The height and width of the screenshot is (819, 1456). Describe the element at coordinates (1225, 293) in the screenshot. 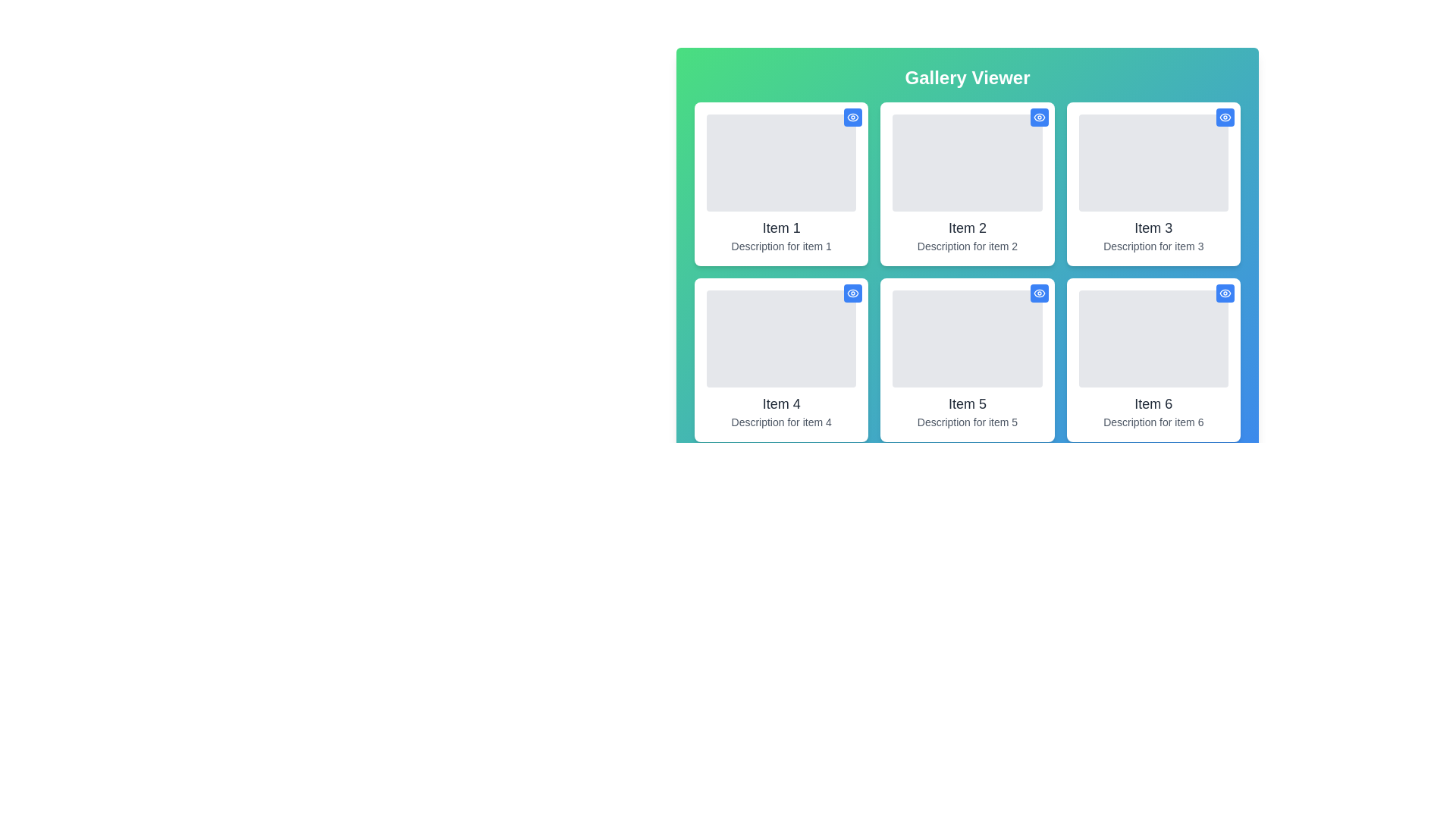

I see `the visibility icon located in the top right corner of the tile labeled 'Item 6'` at that location.